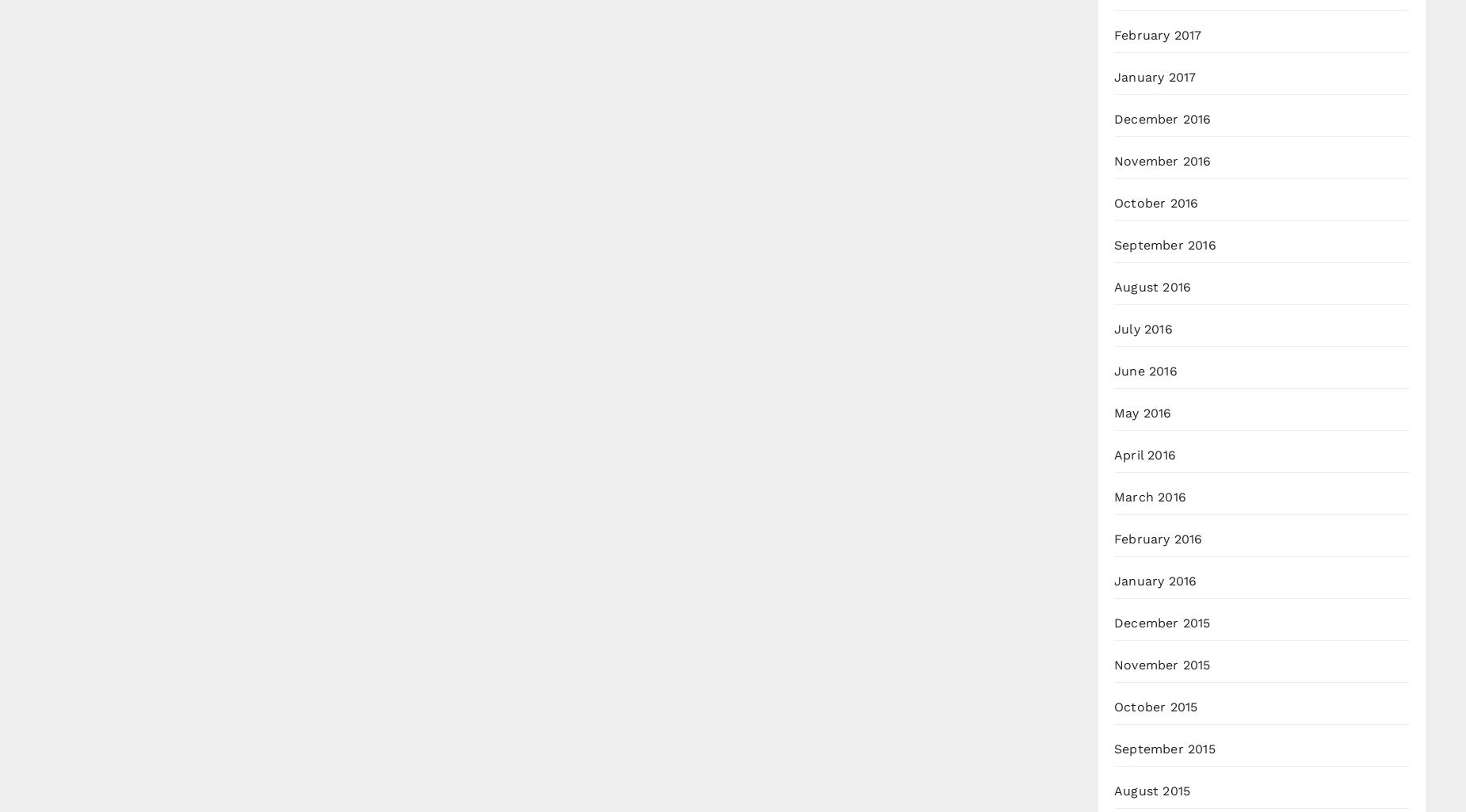 The height and width of the screenshot is (812, 1466). I want to click on 'April 2016', so click(1145, 455).